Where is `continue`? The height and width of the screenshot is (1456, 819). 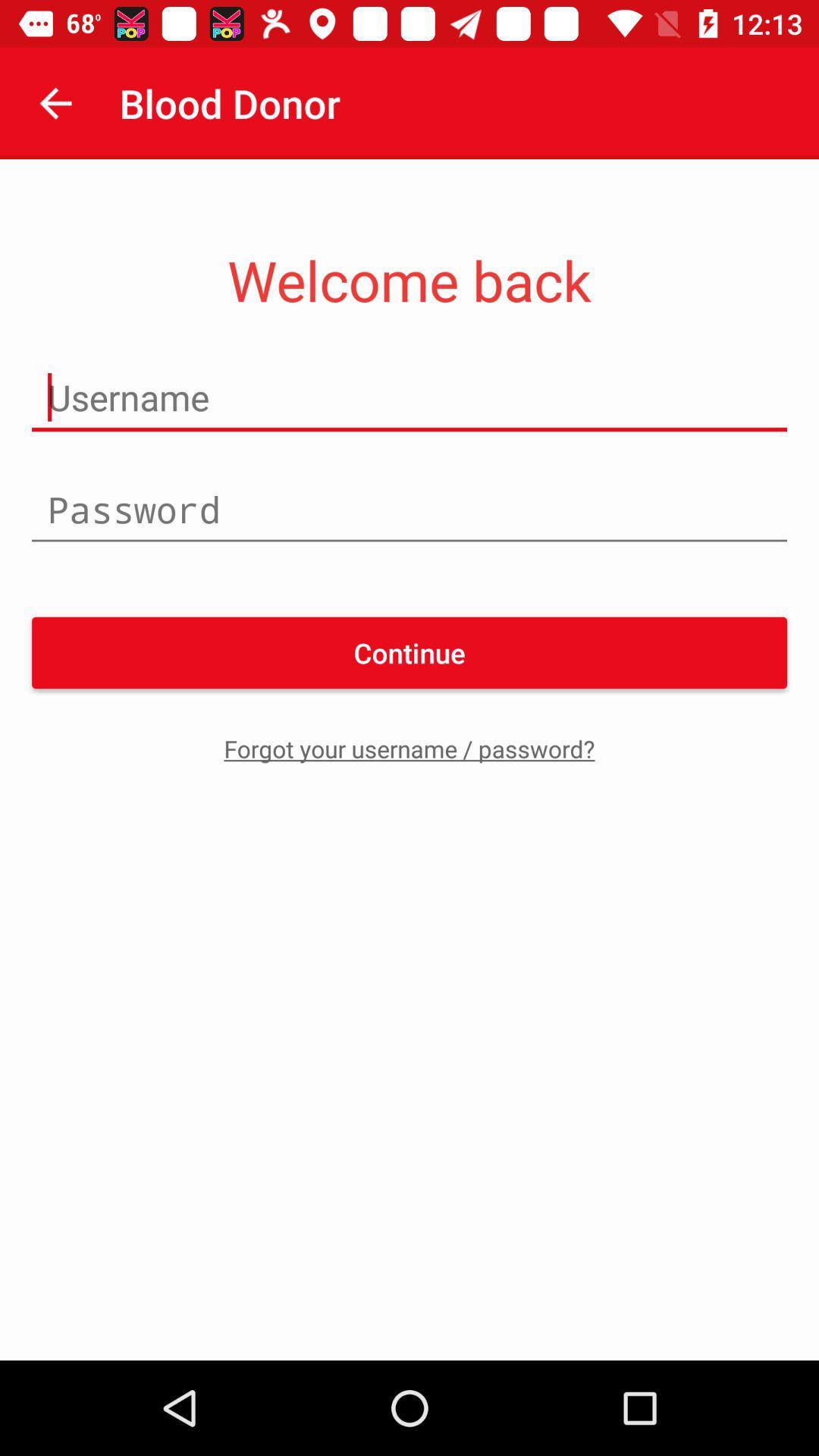 continue is located at coordinates (409, 652).